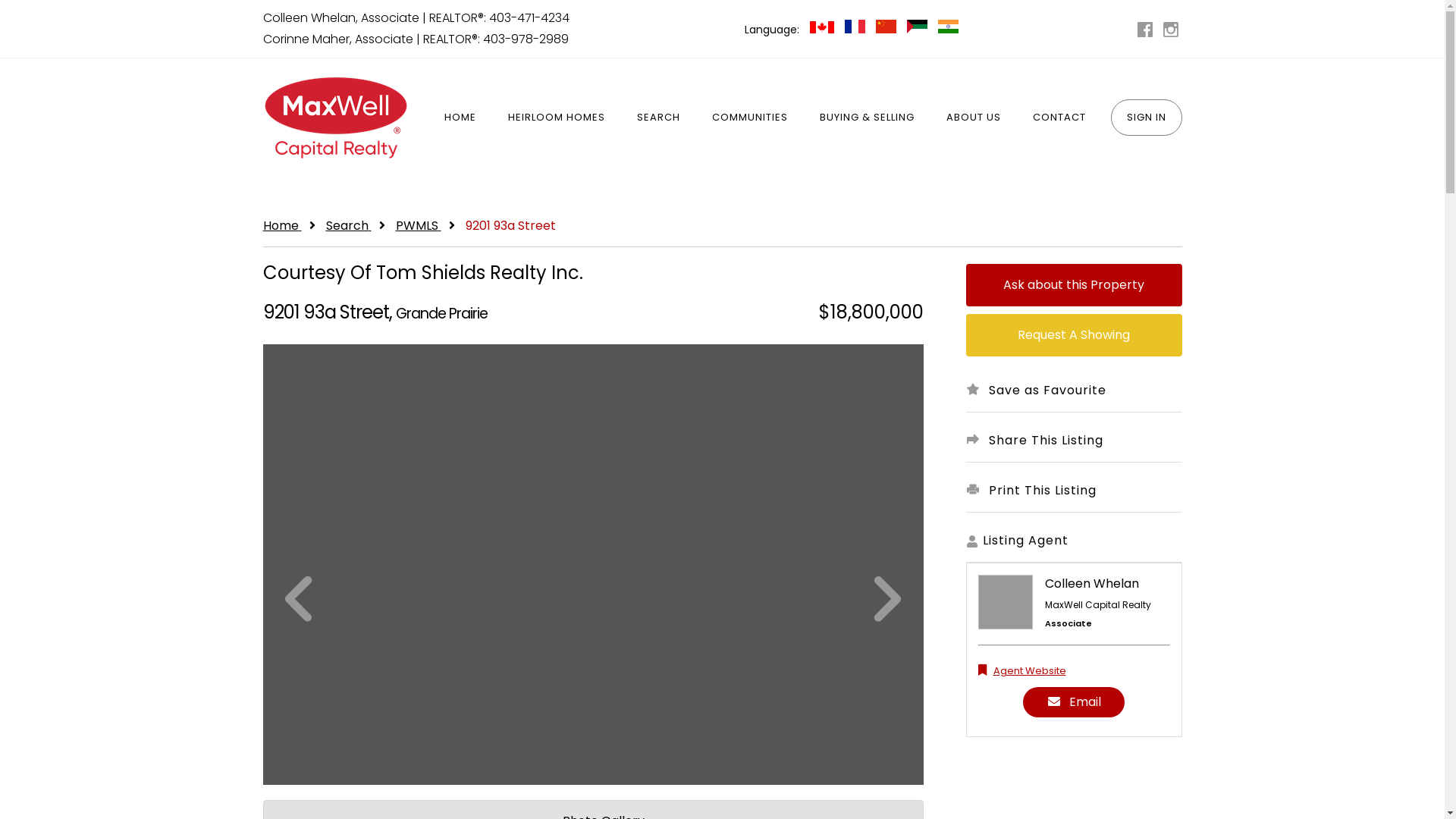 The width and height of the screenshot is (1456, 819). I want to click on 'English Canadian', so click(822, 28).